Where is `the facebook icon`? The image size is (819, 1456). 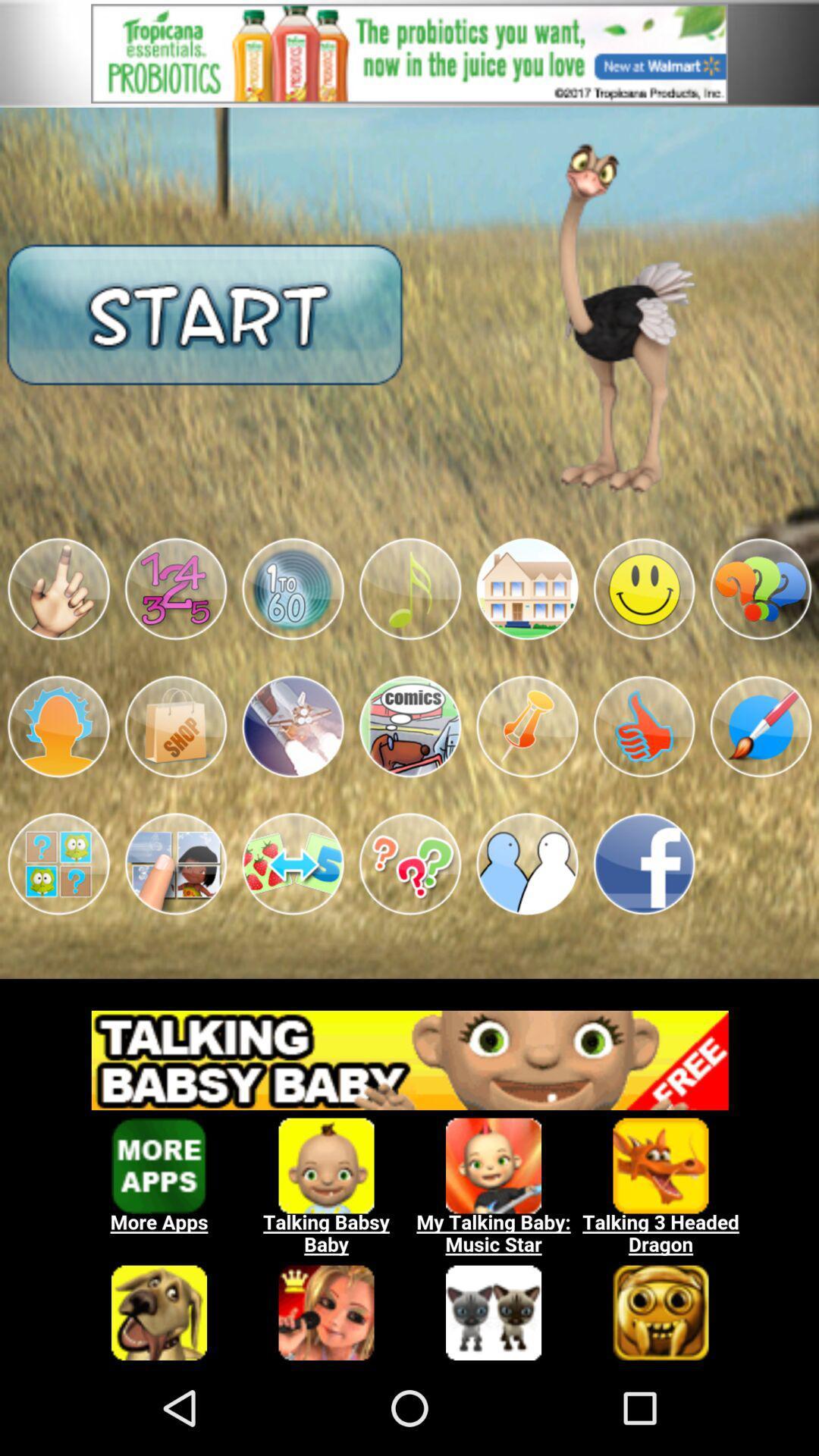 the facebook icon is located at coordinates (644, 924).